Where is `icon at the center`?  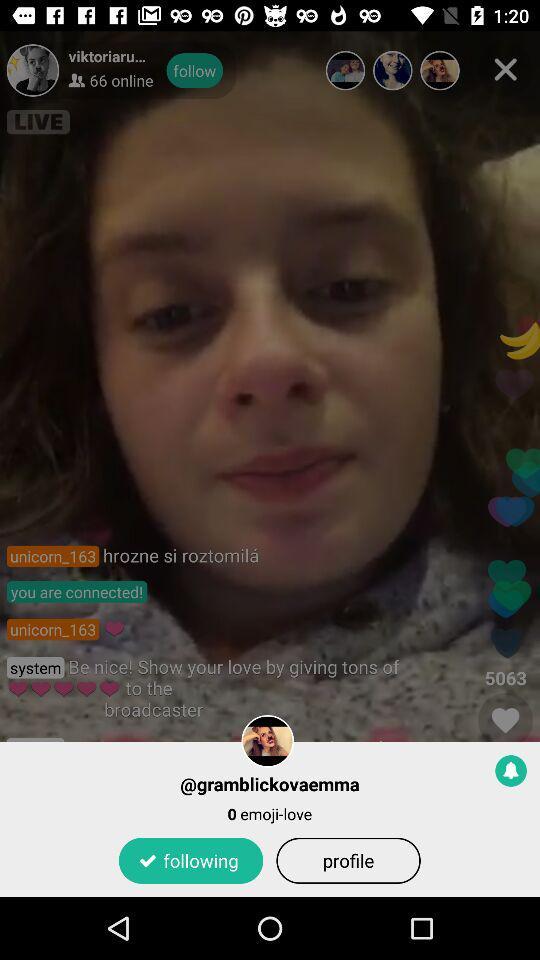 icon at the center is located at coordinates (270, 464).